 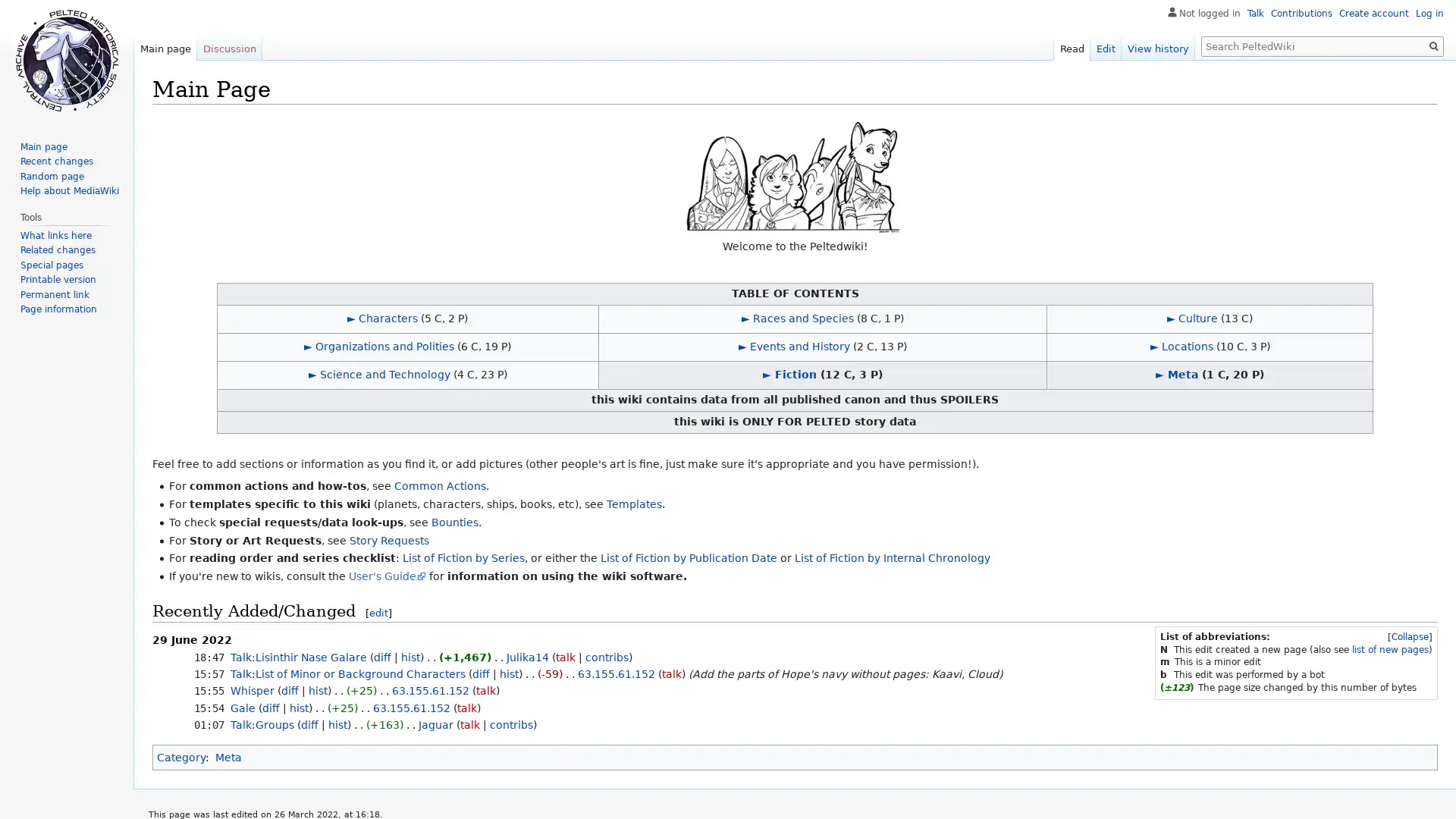 I want to click on Go, so click(x=1433, y=45).